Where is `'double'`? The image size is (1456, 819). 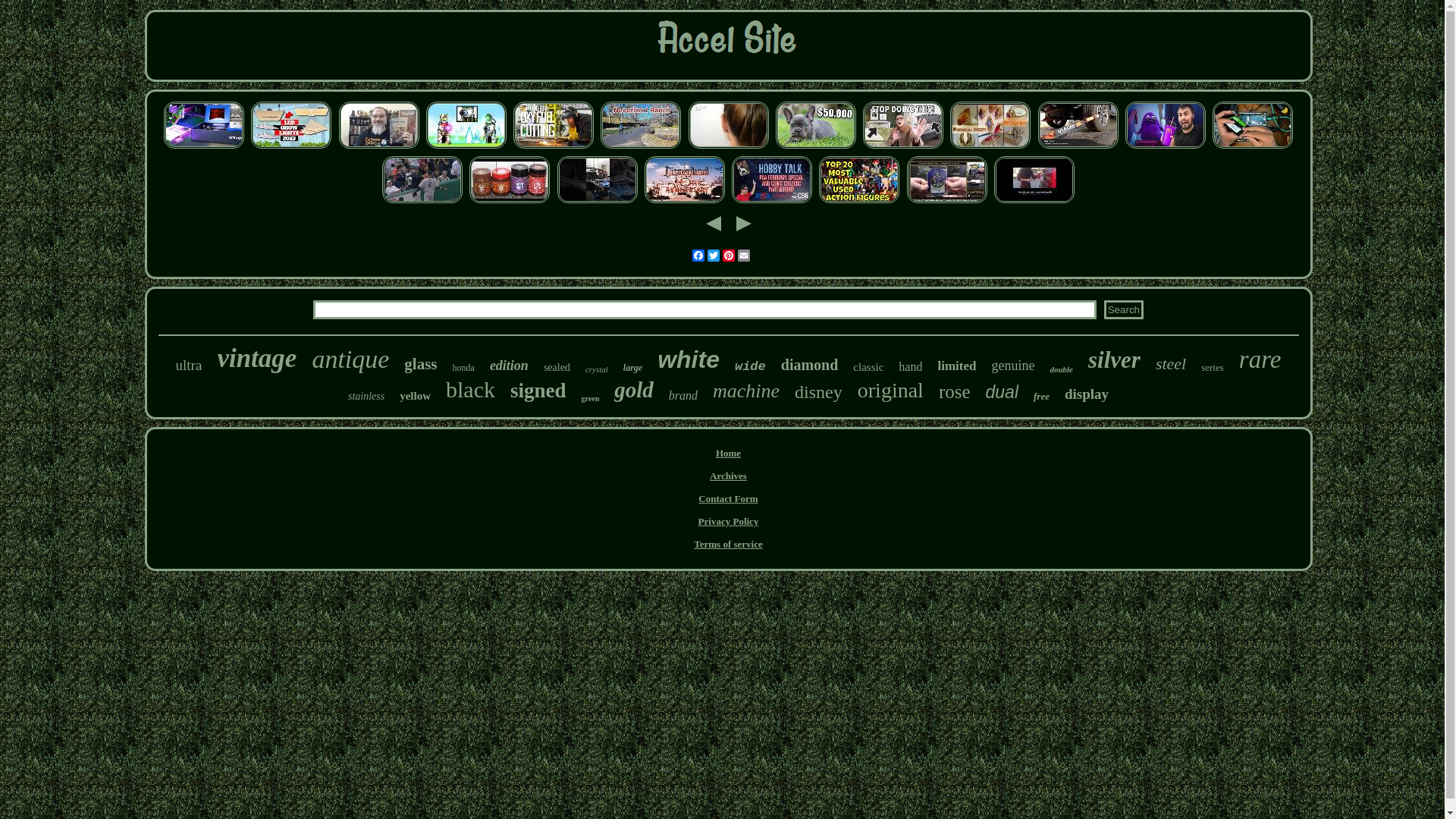 'double' is located at coordinates (1060, 369).